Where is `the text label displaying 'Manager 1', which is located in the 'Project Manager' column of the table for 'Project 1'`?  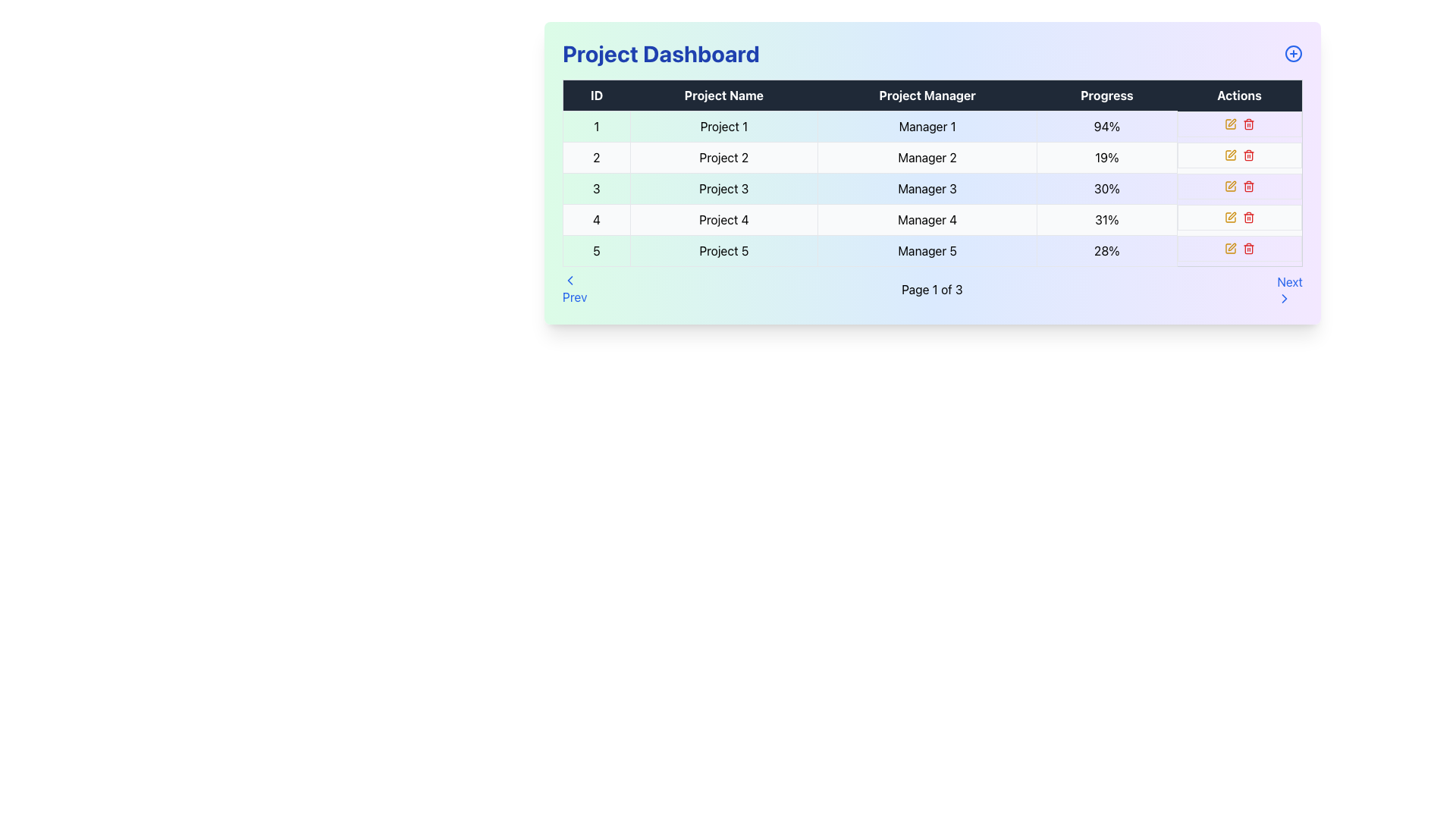
the text label displaying 'Manager 1', which is located in the 'Project Manager' column of the table for 'Project 1' is located at coordinates (927, 125).